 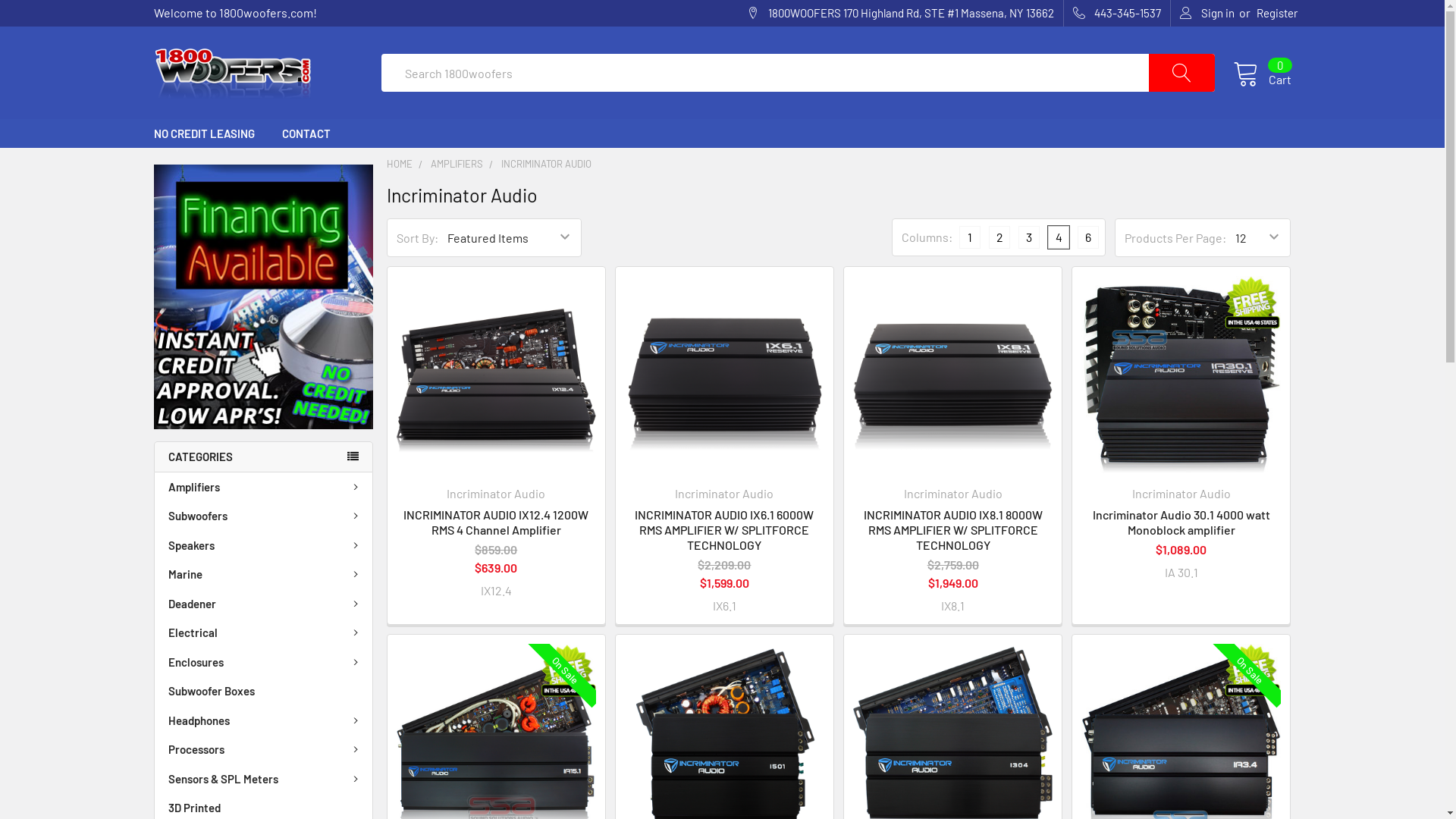 I want to click on 'Register', so click(x=1276, y=13).